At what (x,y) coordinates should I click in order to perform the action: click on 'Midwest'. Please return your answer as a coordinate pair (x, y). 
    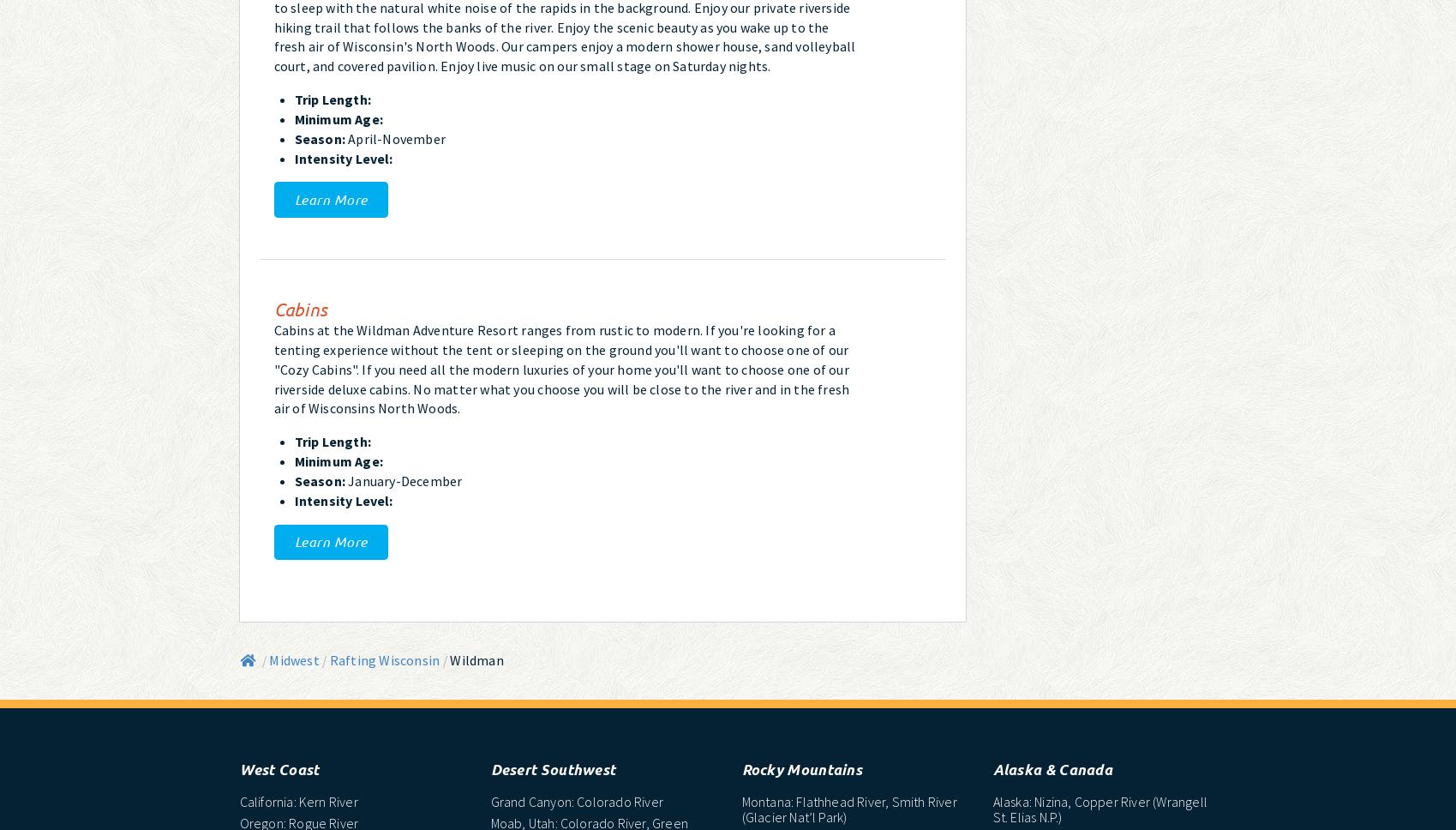
    Looking at the image, I should click on (293, 659).